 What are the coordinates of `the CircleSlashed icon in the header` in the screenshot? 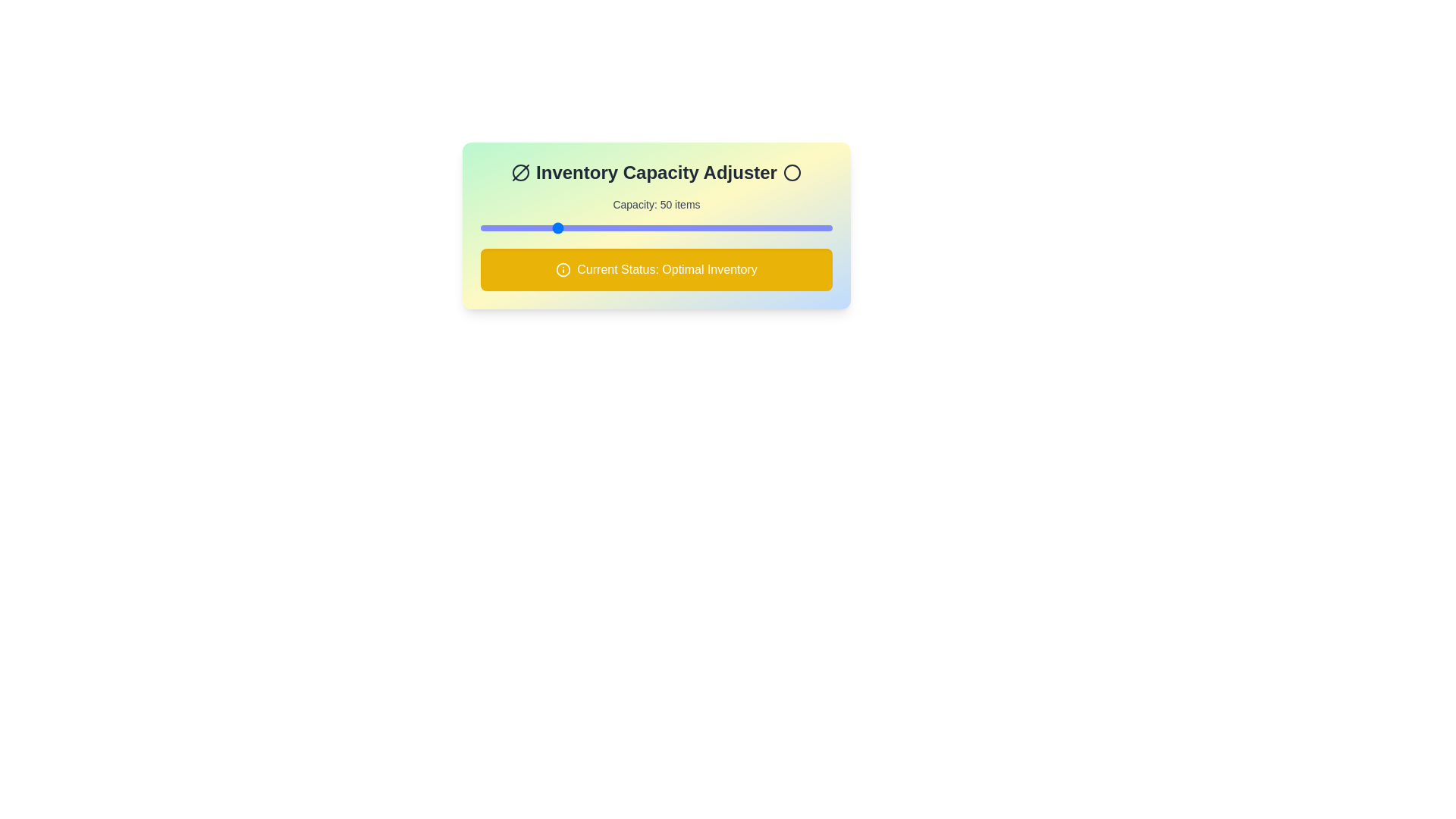 It's located at (520, 171).